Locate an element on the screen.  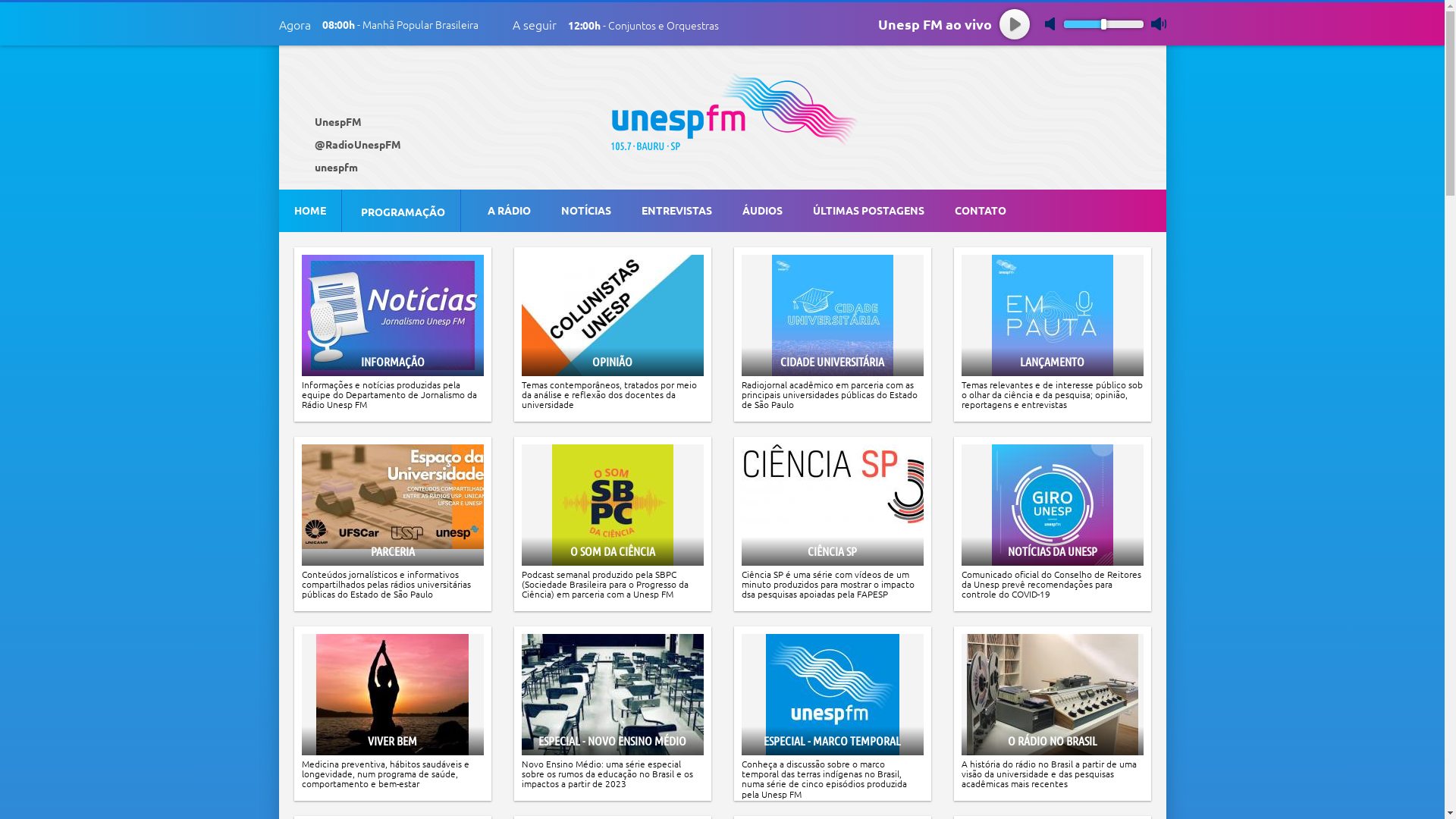
'CONTATO' is located at coordinates (979, 210).